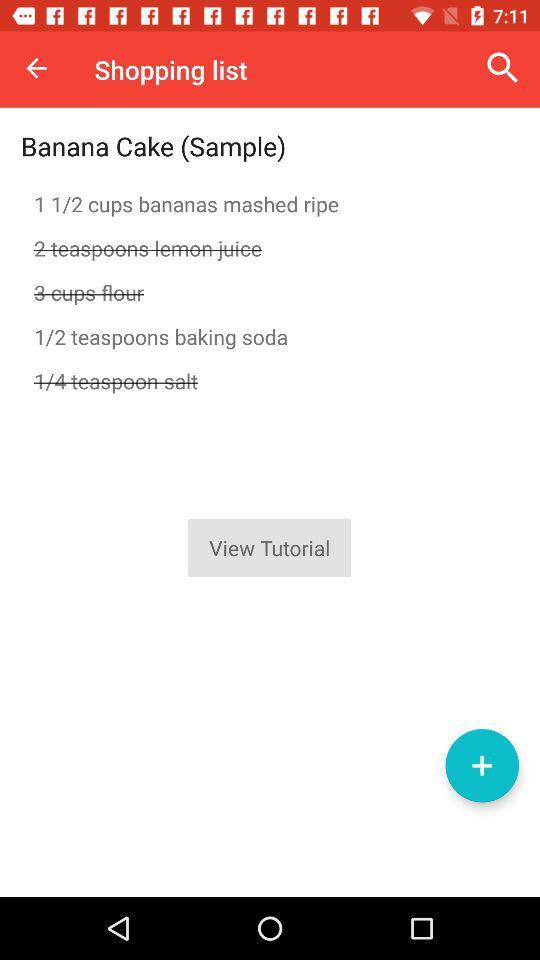 Image resolution: width=540 pixels, height=960 pixels. What do you see at coordinates (36, 68) in the screenshot?
I see `item to the left of shopping list` at bounding box center [36, 68].